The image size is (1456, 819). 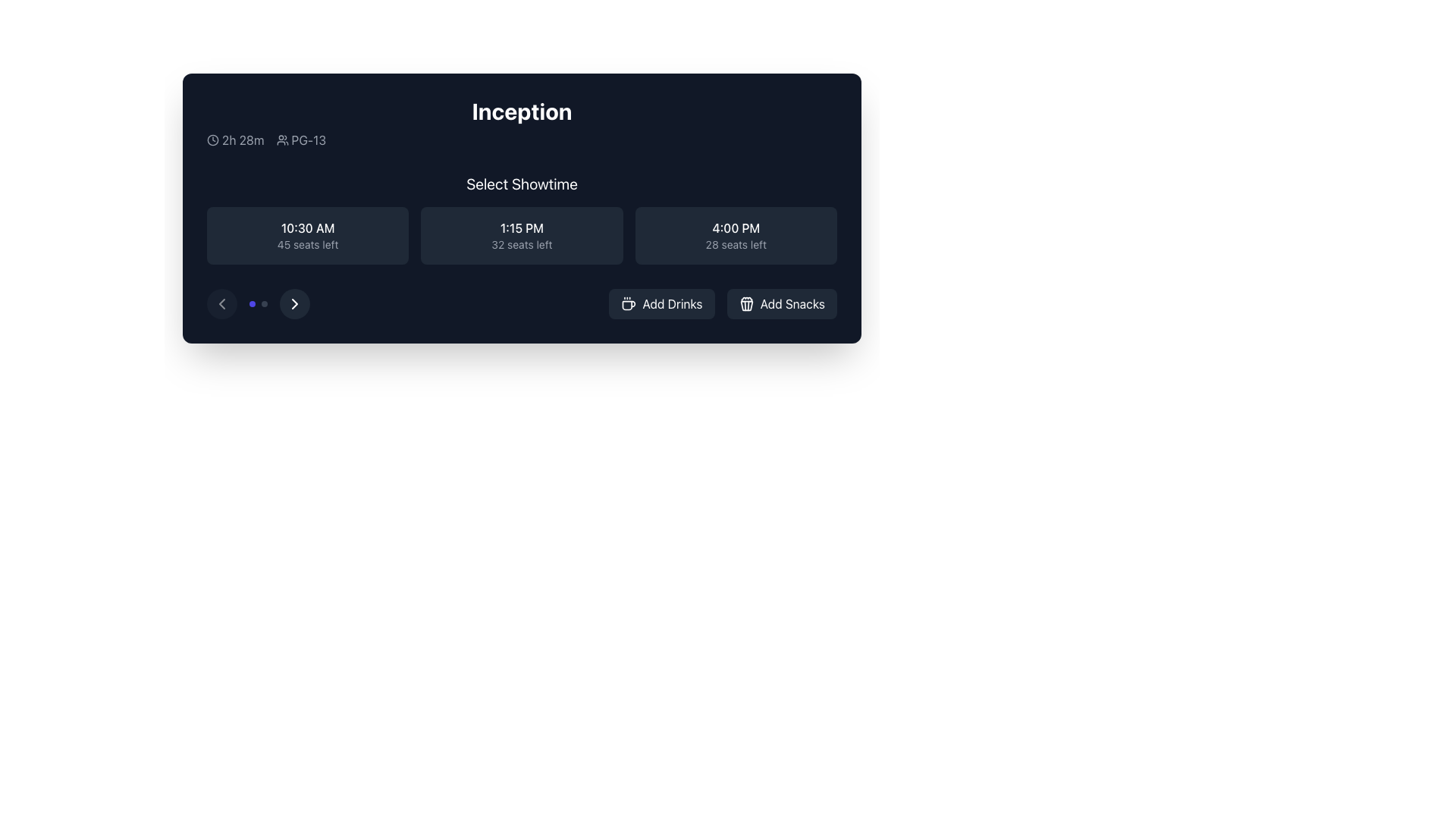 I want to click on the rightward-pointing arrow icon located within a circular button with a dark background and light-colored border, so click(x=294, y=304).